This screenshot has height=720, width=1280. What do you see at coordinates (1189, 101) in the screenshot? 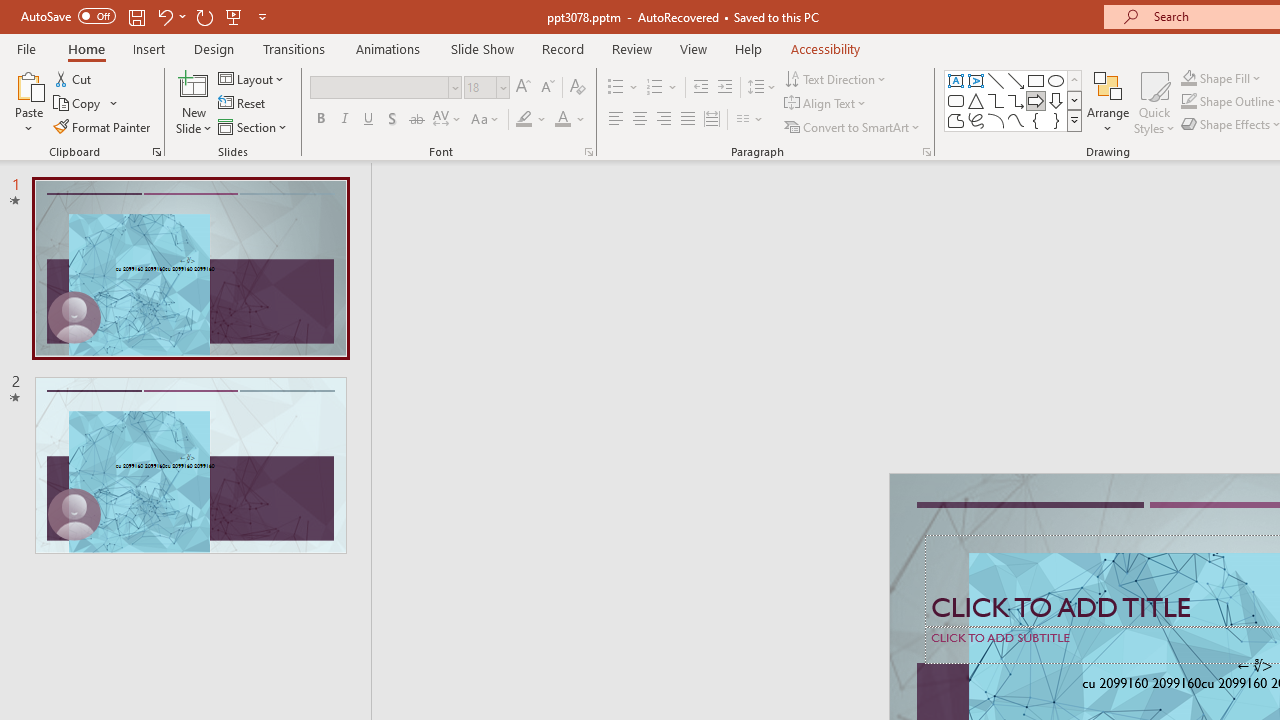
I see `'Shape Outline Green, Accent 1'` at bounding box center [1189, 101].